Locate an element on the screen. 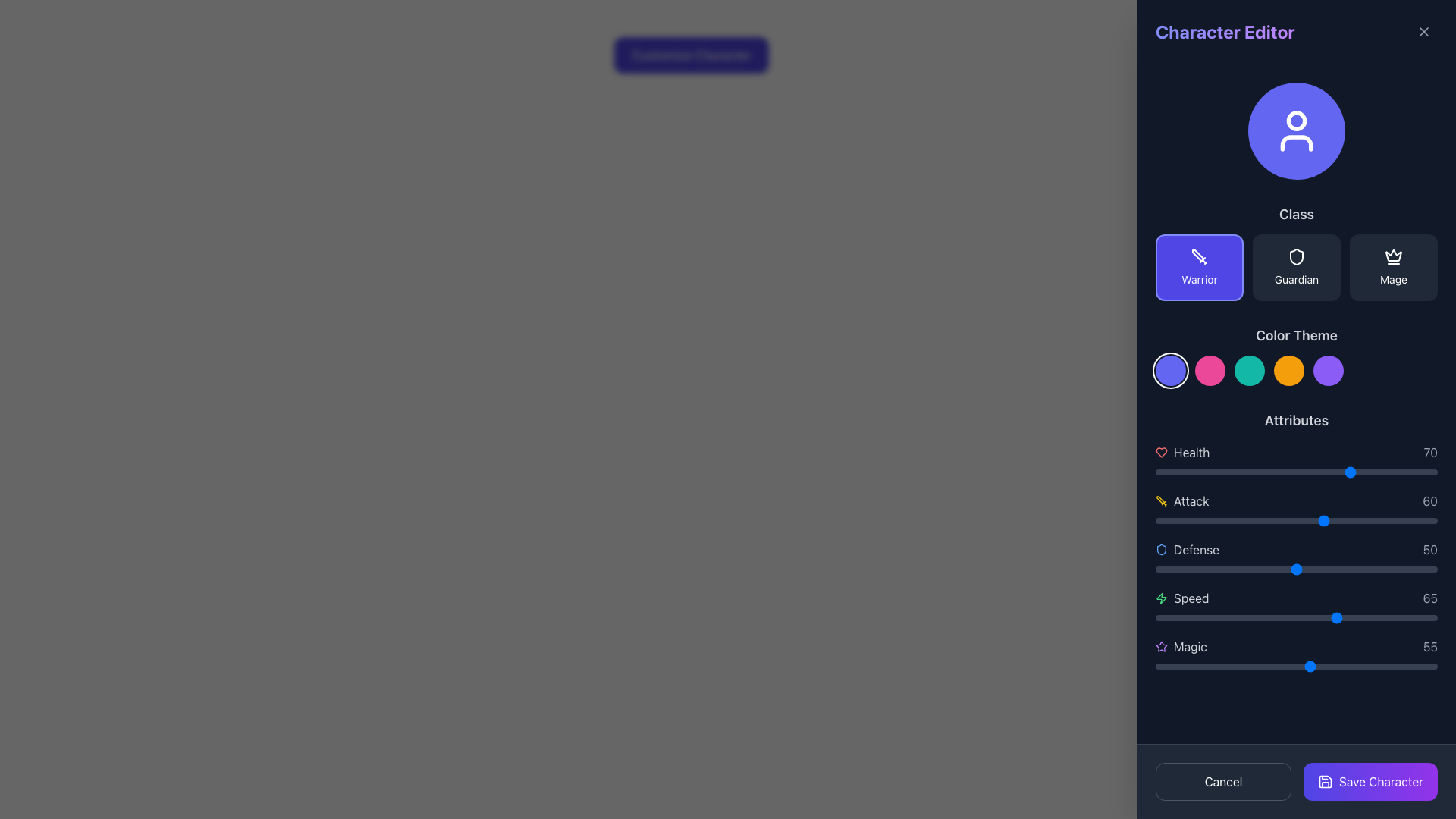  health value is located at coordinates (1243, 472).